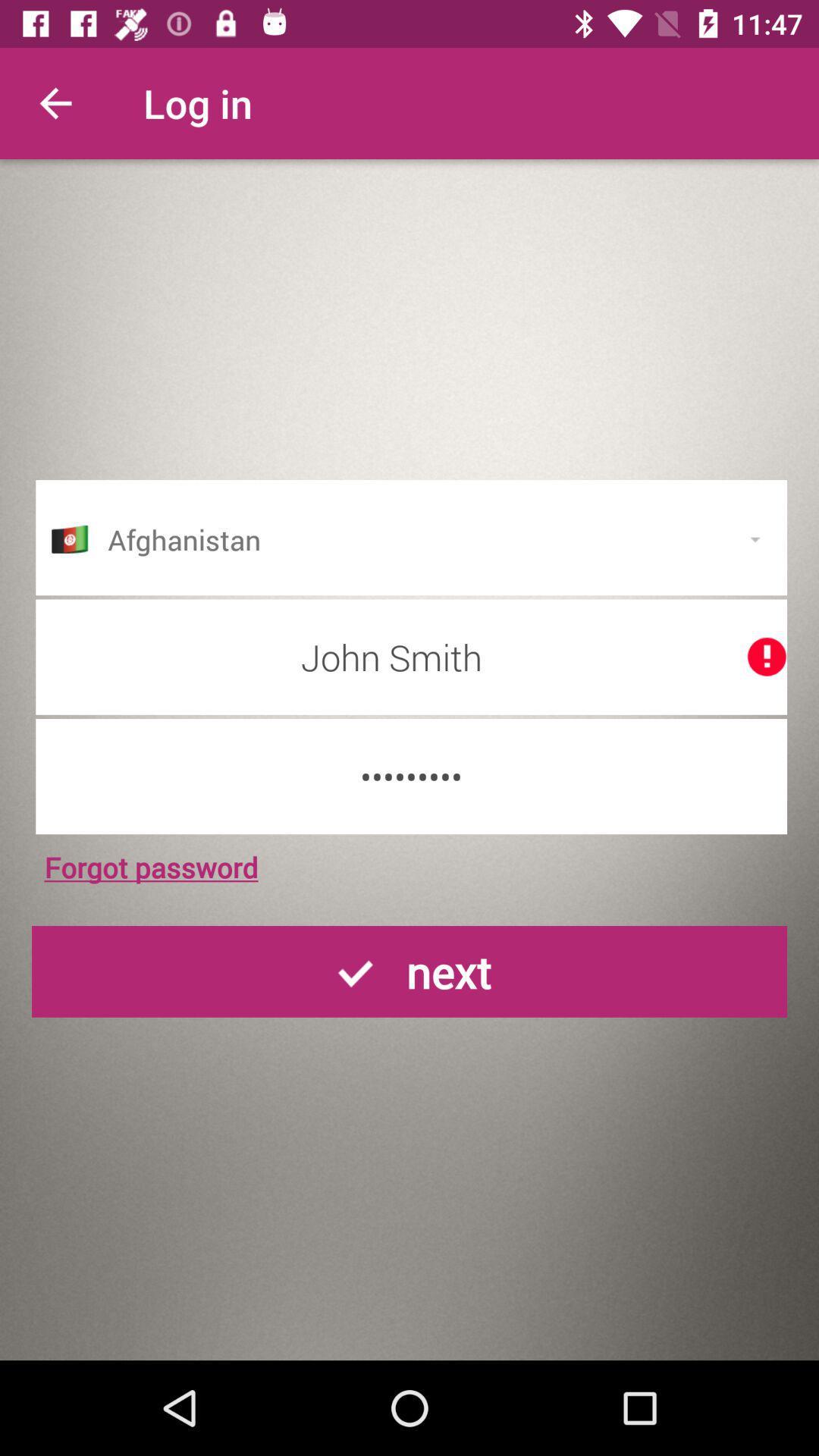 The width and height of the screenshot is (819, 1456). Describe the element at coordinates (411, 657) in the screenshot. I see `the icon above the crowd3116 icon` at that location.